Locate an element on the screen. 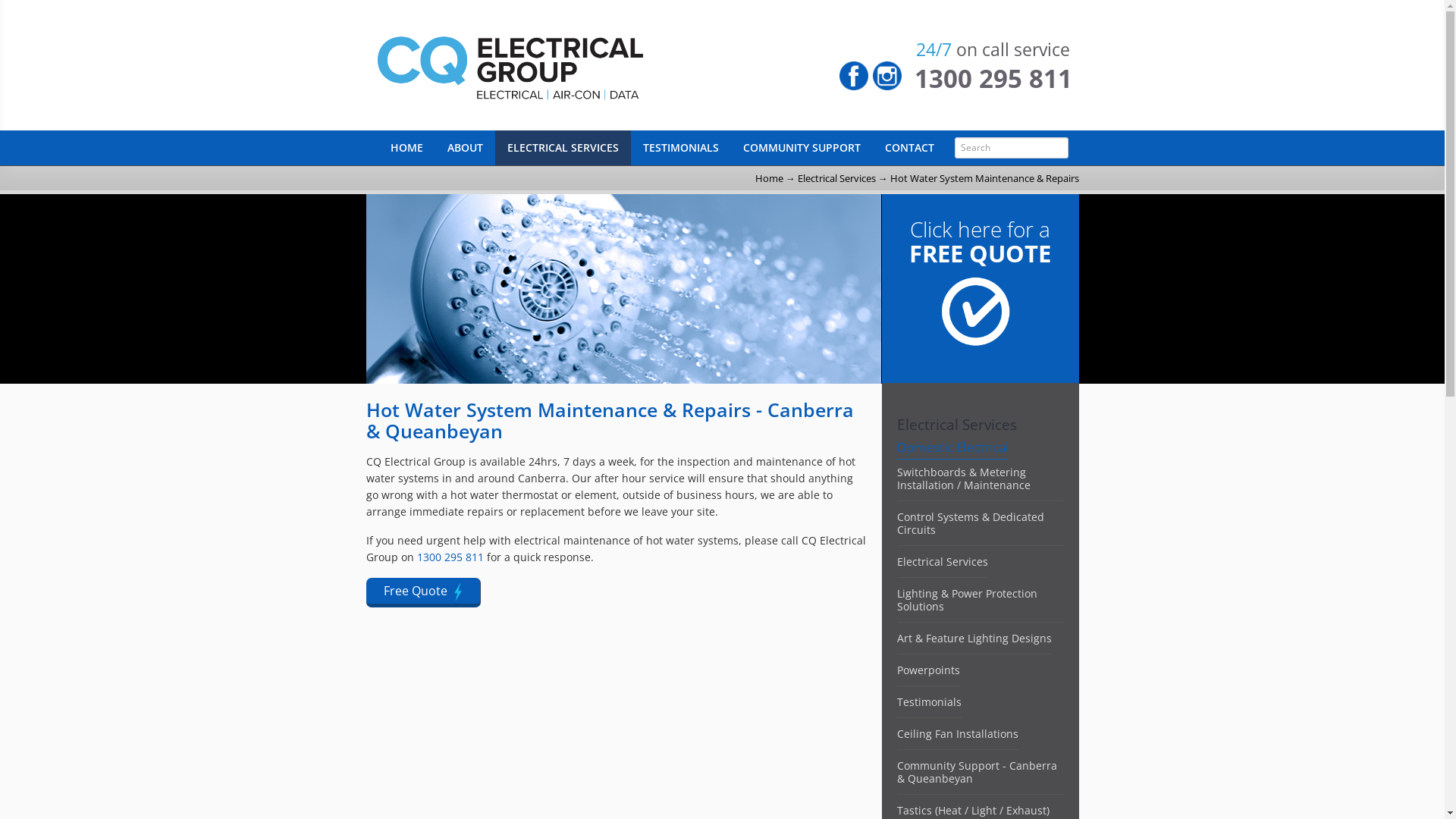 The image size is (1456, 819). 'Art & Feature Lighting Designs' is located at coordinates (973, 638).